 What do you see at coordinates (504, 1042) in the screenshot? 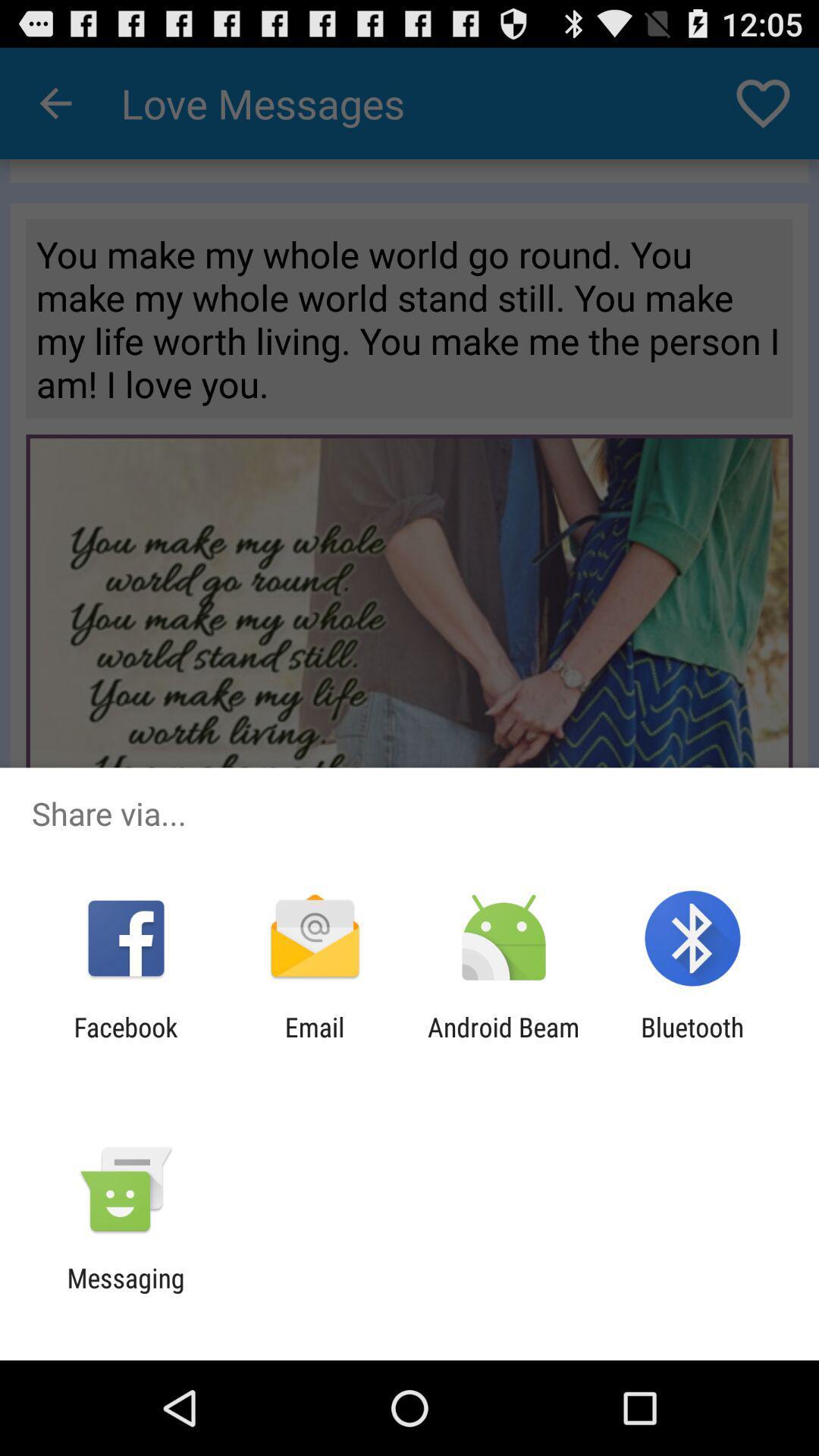
I see `the app to the left of bluetooth icon` at bounding box center [504, 1042].